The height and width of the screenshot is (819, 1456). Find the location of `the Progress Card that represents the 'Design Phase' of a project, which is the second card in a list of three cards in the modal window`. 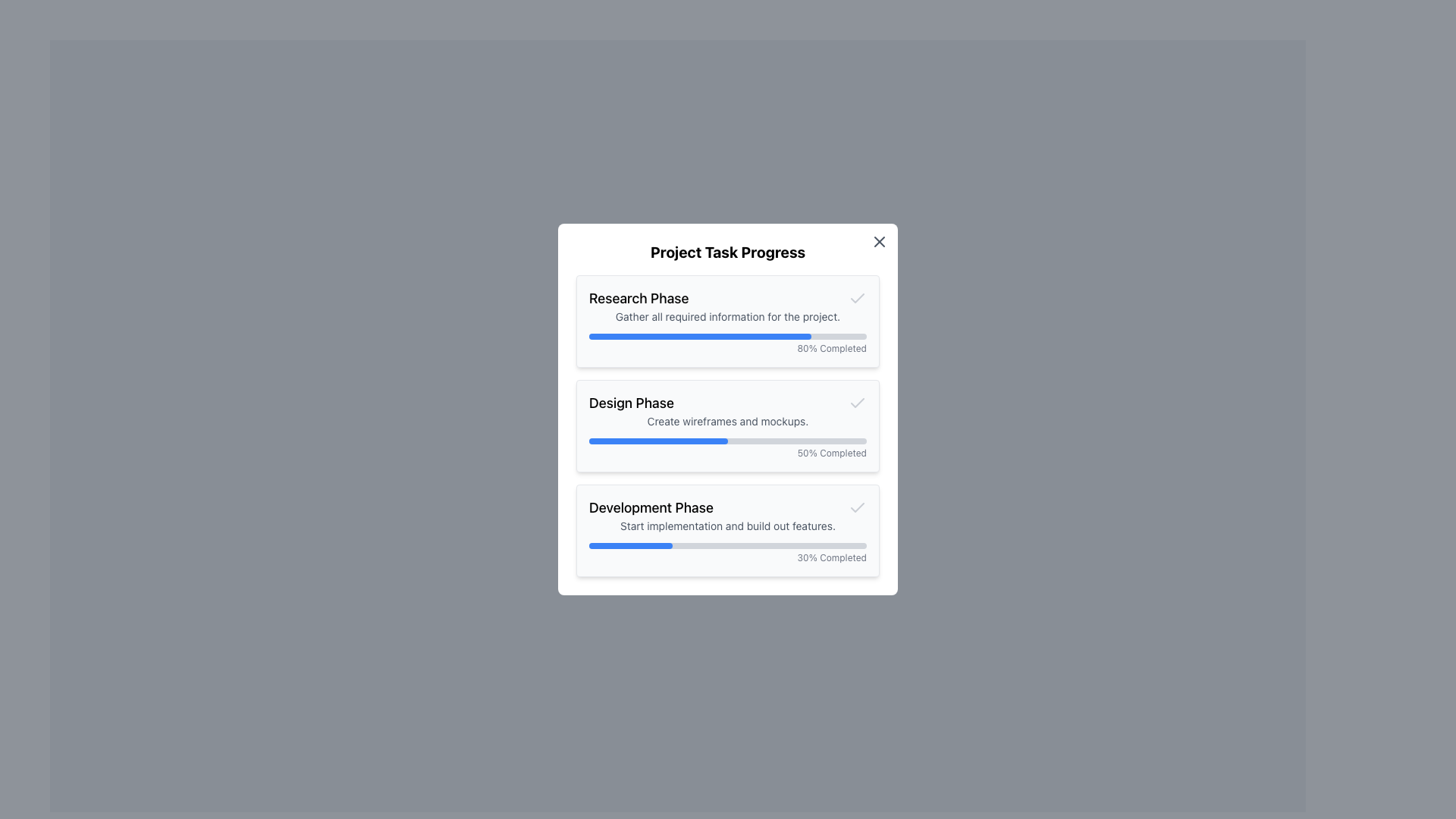

the Progress Card that represents the 'Design Phase' of a project, which is the second card in a list of three cards in the modal window is located at coordinates (728, 426).